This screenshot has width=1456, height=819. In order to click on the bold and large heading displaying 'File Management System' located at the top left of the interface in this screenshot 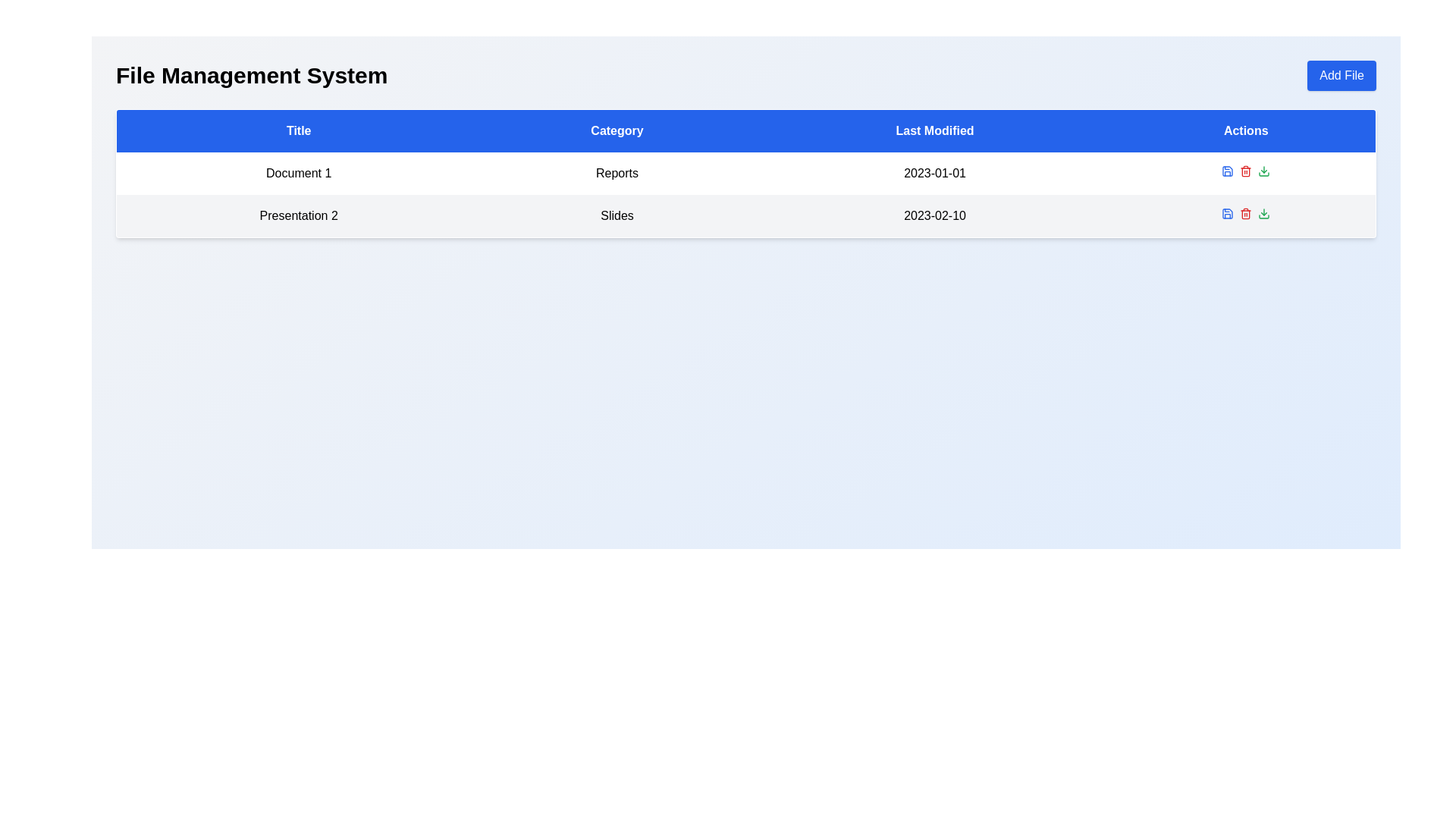, I will do `click(252, 76)`.